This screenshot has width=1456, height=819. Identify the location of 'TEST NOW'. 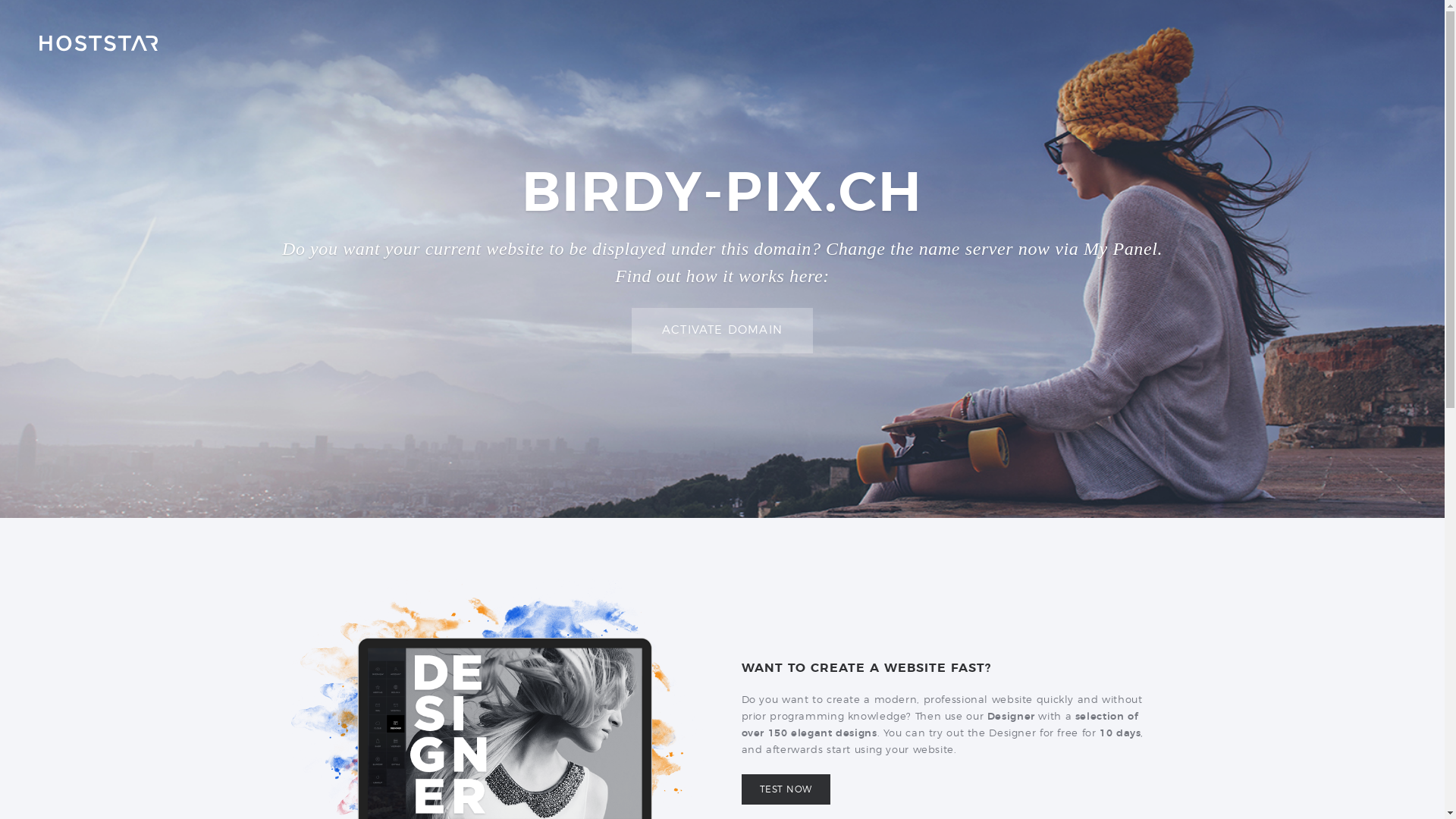
(742, 789).